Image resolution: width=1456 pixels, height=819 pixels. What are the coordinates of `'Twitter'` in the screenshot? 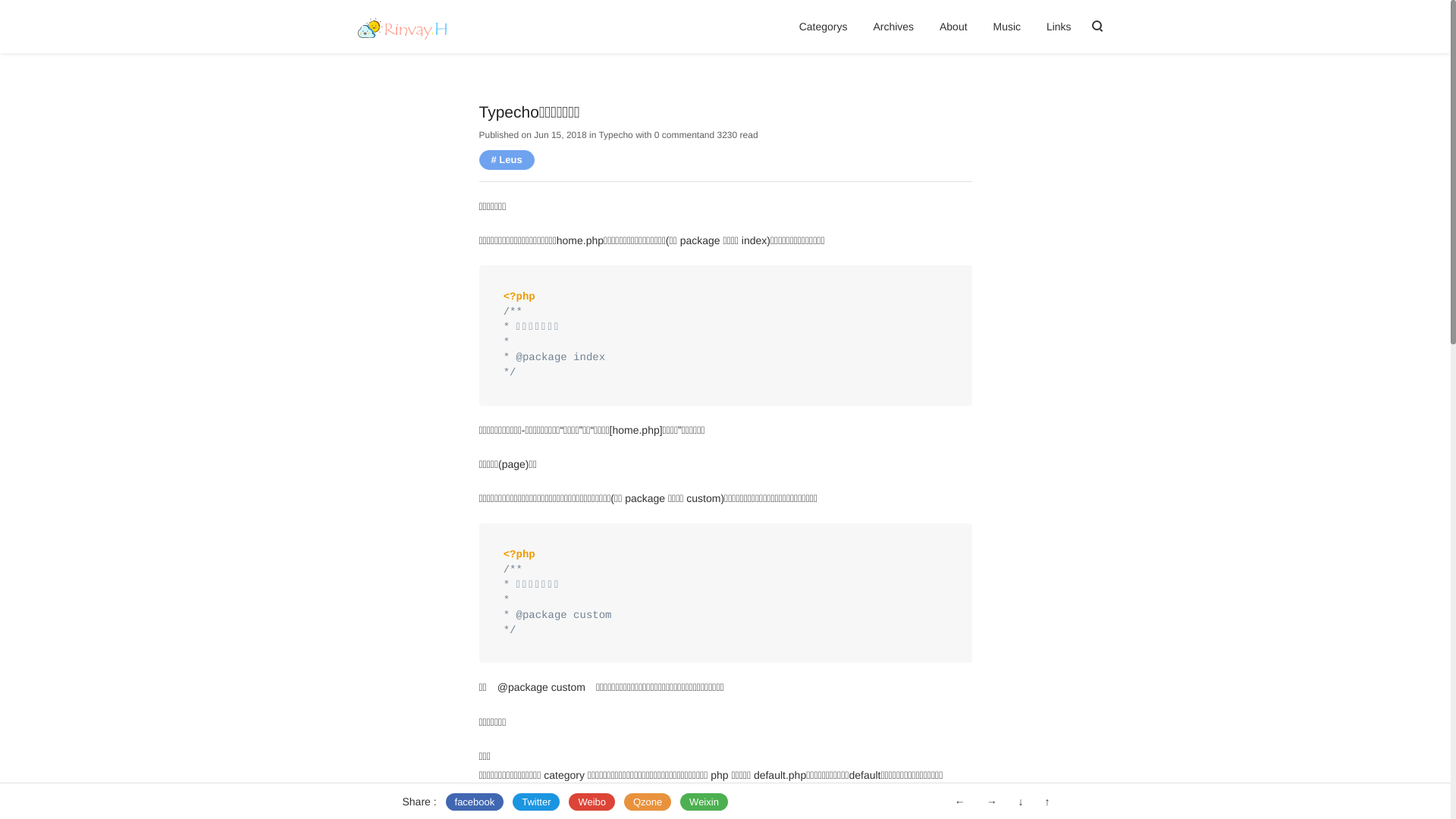 It's located at (535, 801).